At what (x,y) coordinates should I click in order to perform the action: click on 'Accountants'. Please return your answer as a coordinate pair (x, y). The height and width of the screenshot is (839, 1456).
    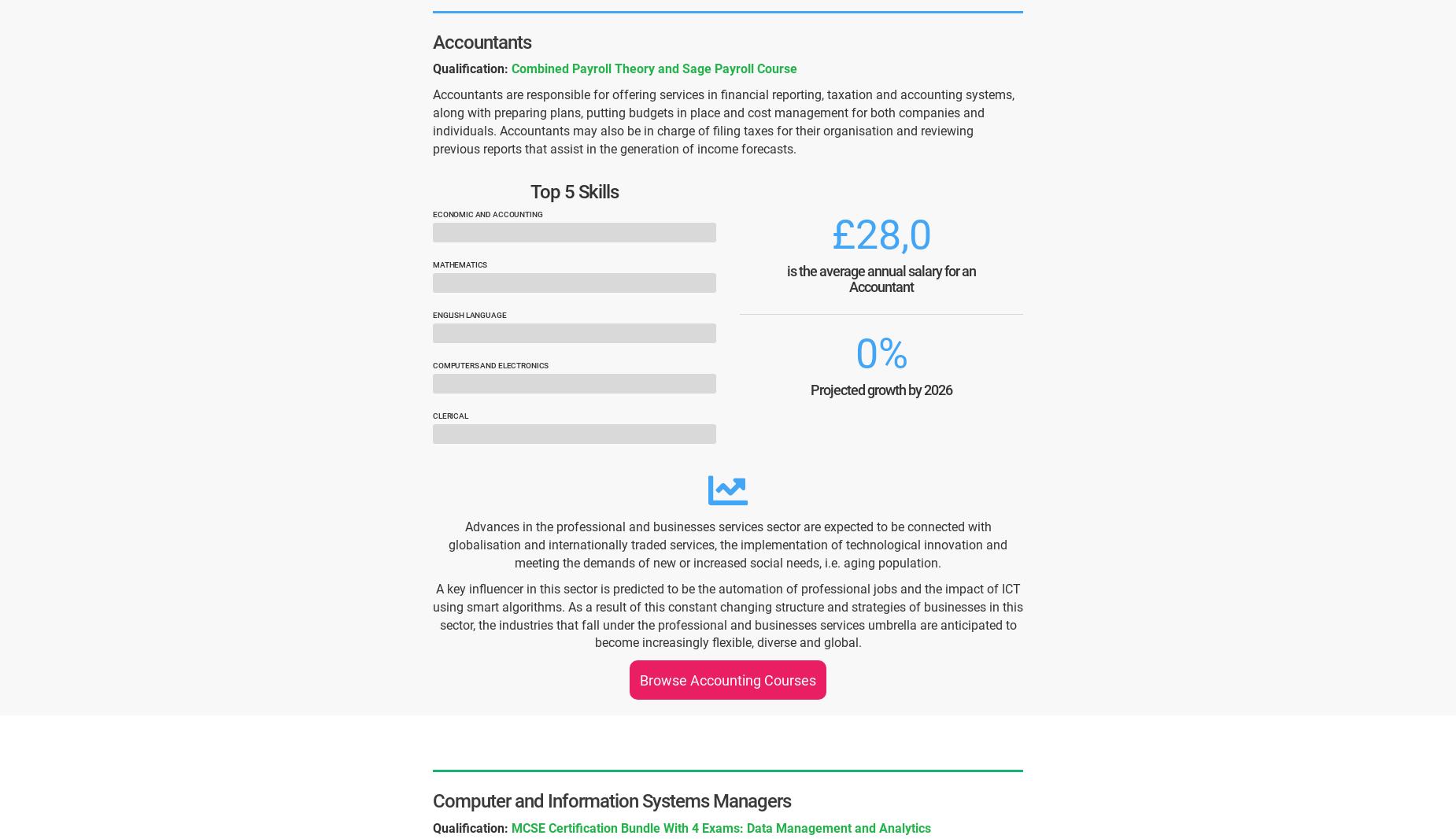
    Looking at the image, I should click on (482, 40).